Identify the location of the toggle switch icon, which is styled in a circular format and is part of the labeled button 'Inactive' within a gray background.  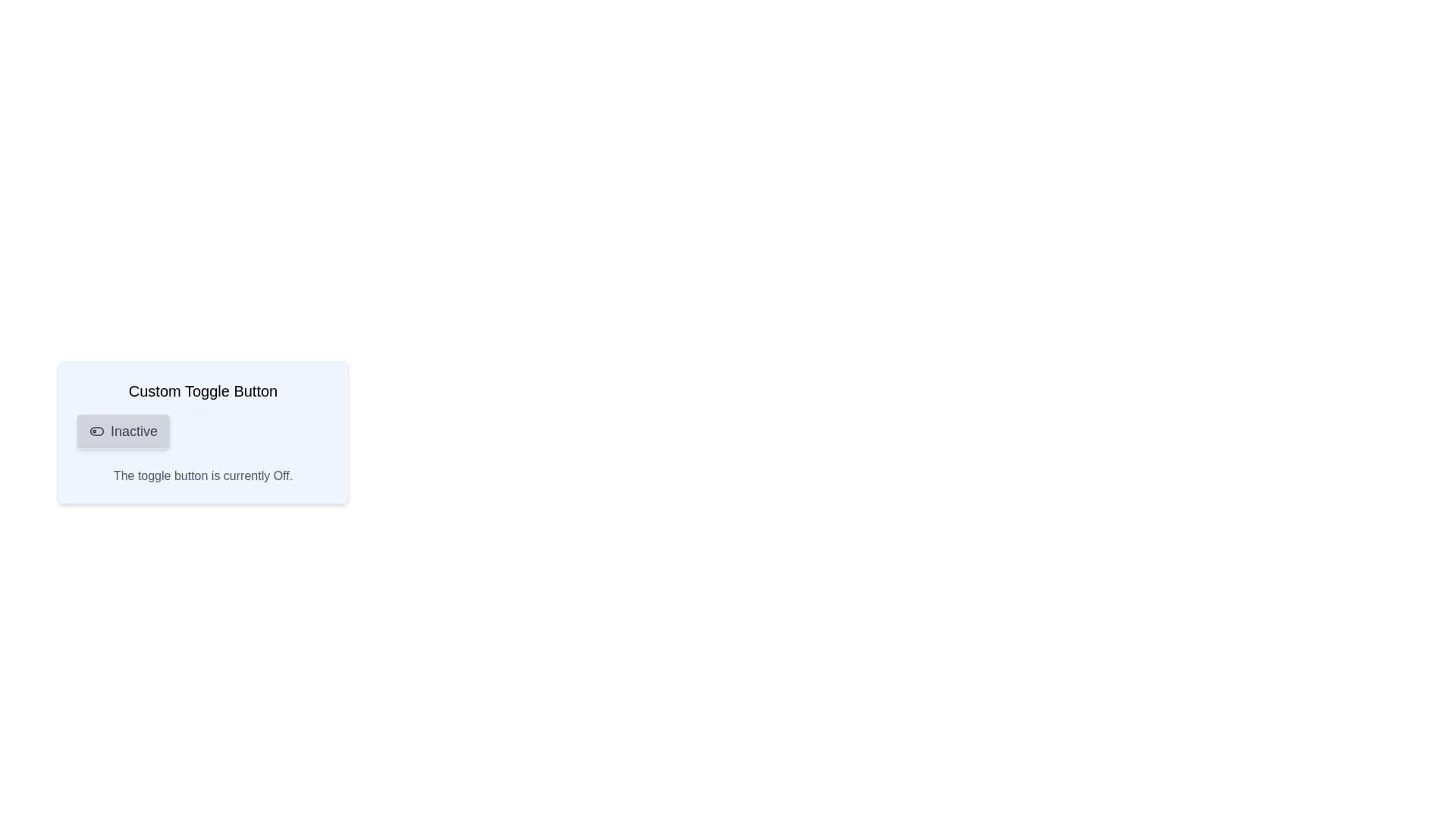
(96, 431).